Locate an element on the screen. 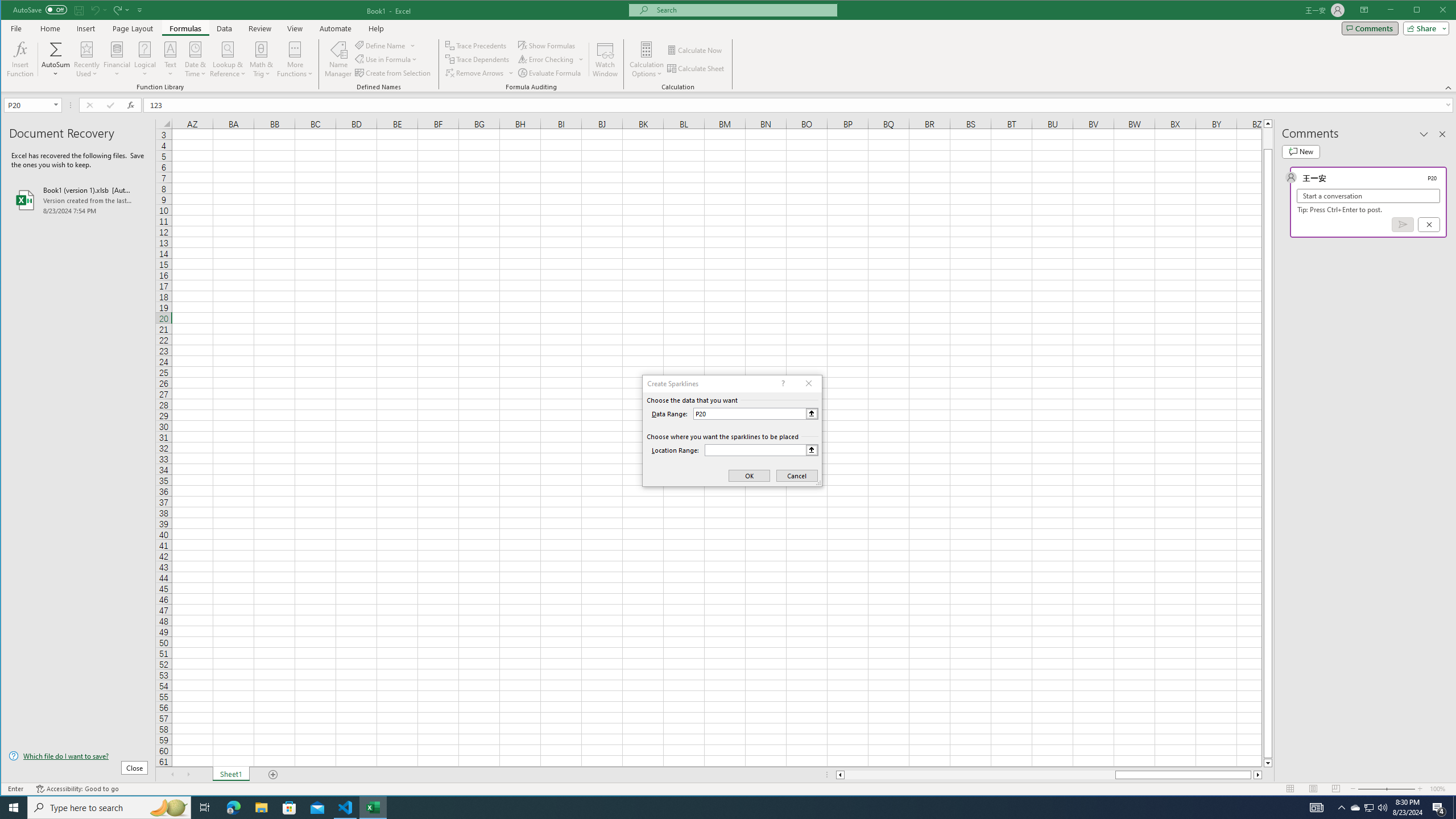 This screenshot has height=819, width=1456. 'New comment' is located at coordinates (1300, 152).